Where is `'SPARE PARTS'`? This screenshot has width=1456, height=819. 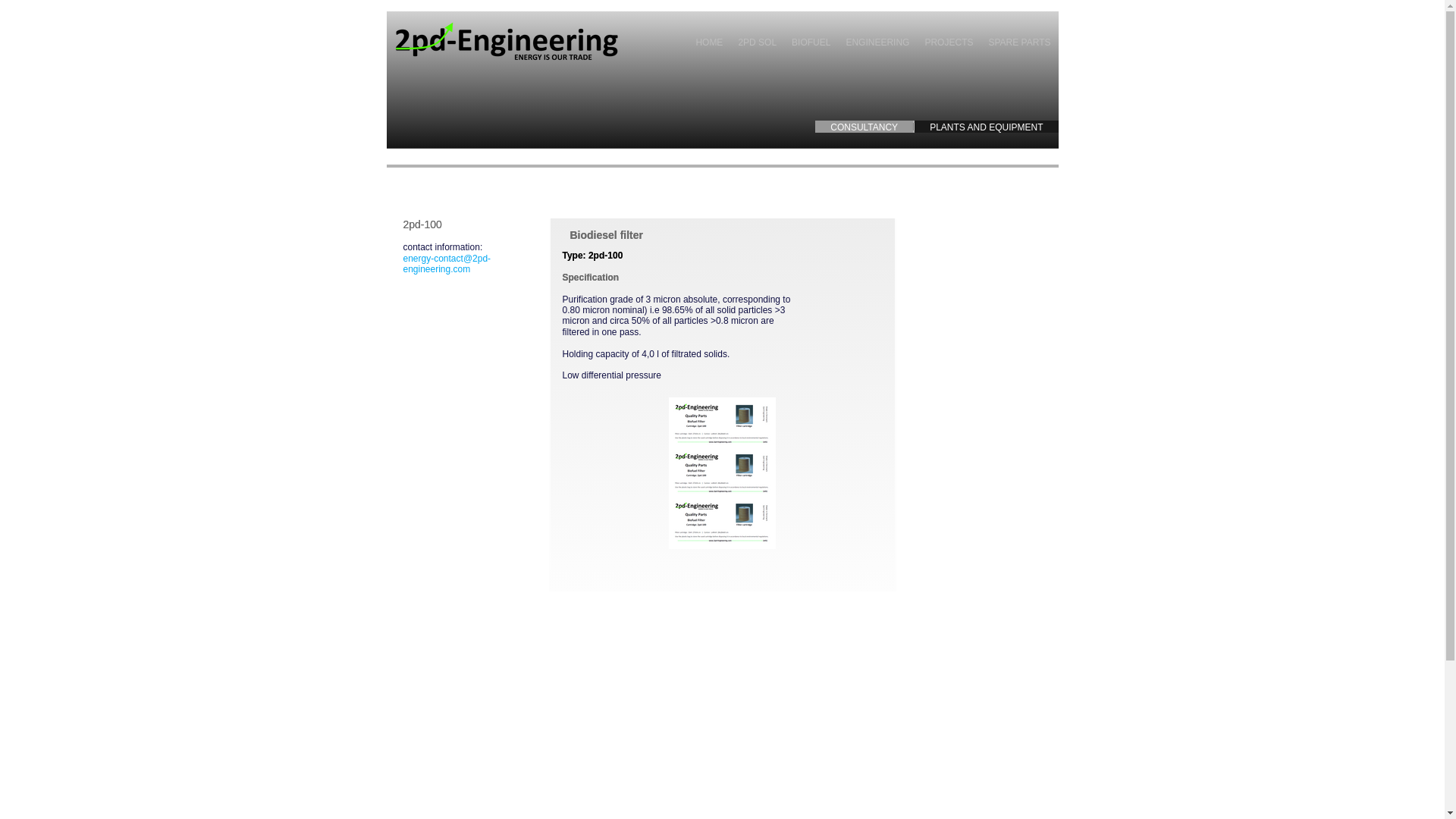 'SPARE PARTS' is located at coordinates (1019, 42).